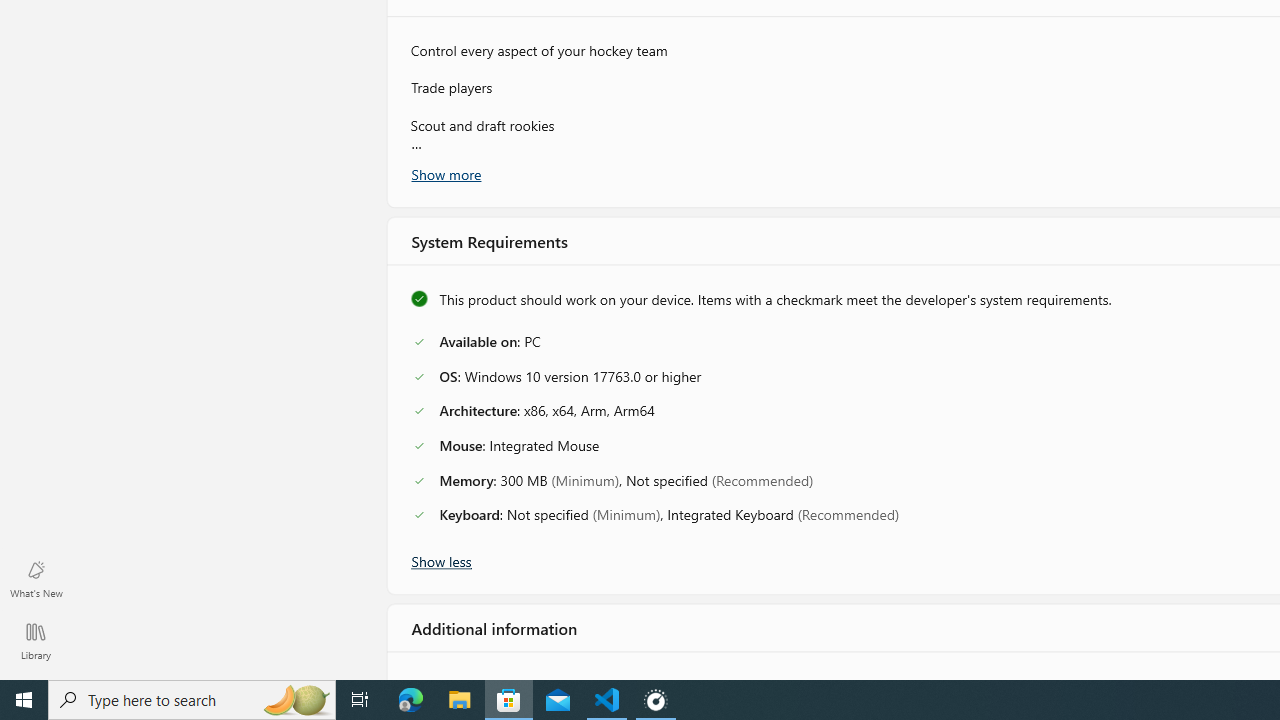  I want to click on 'Show less', so click(439, 559).